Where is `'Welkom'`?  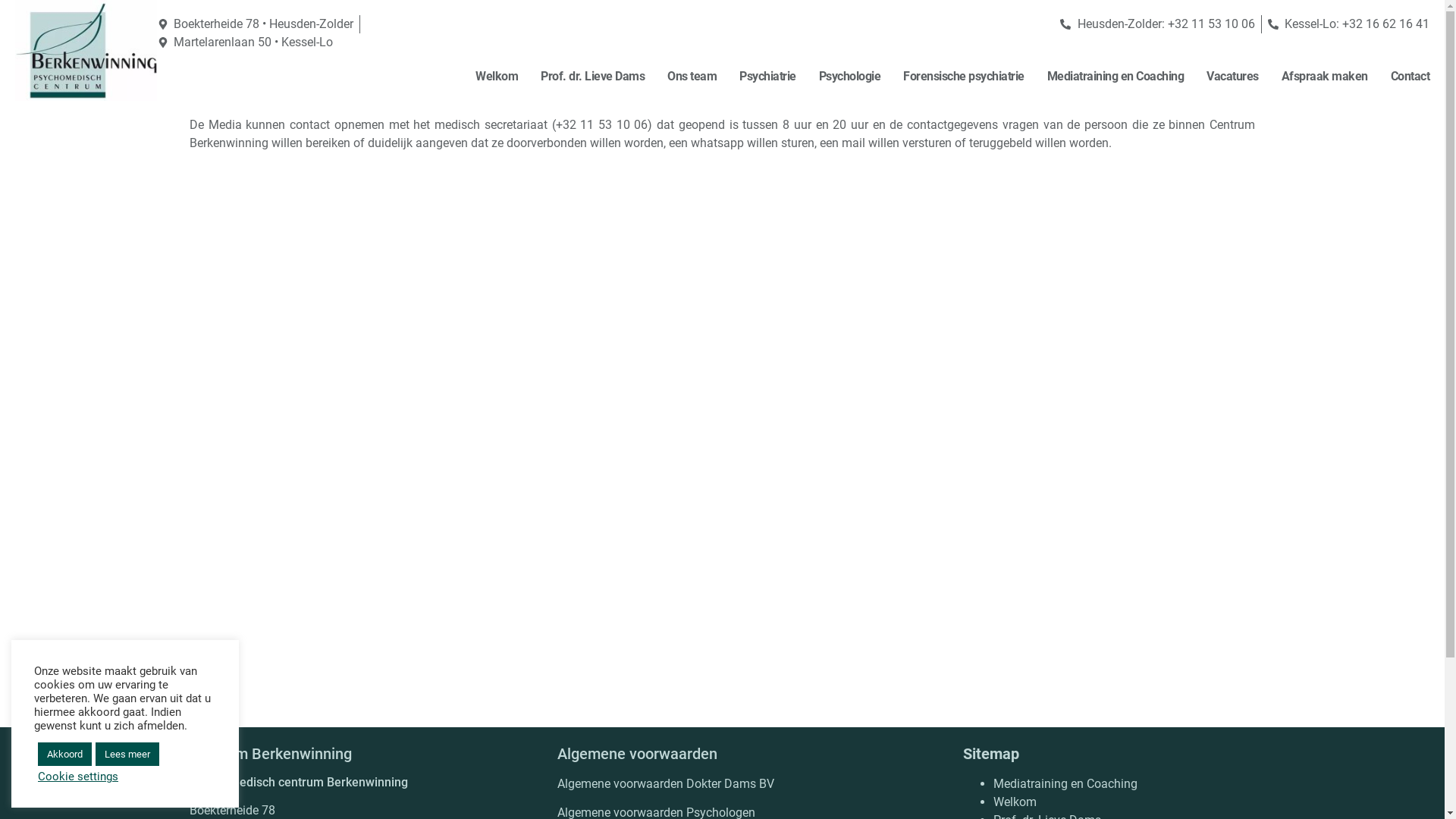 'Welkom' is located at coordinates (1015, 801).